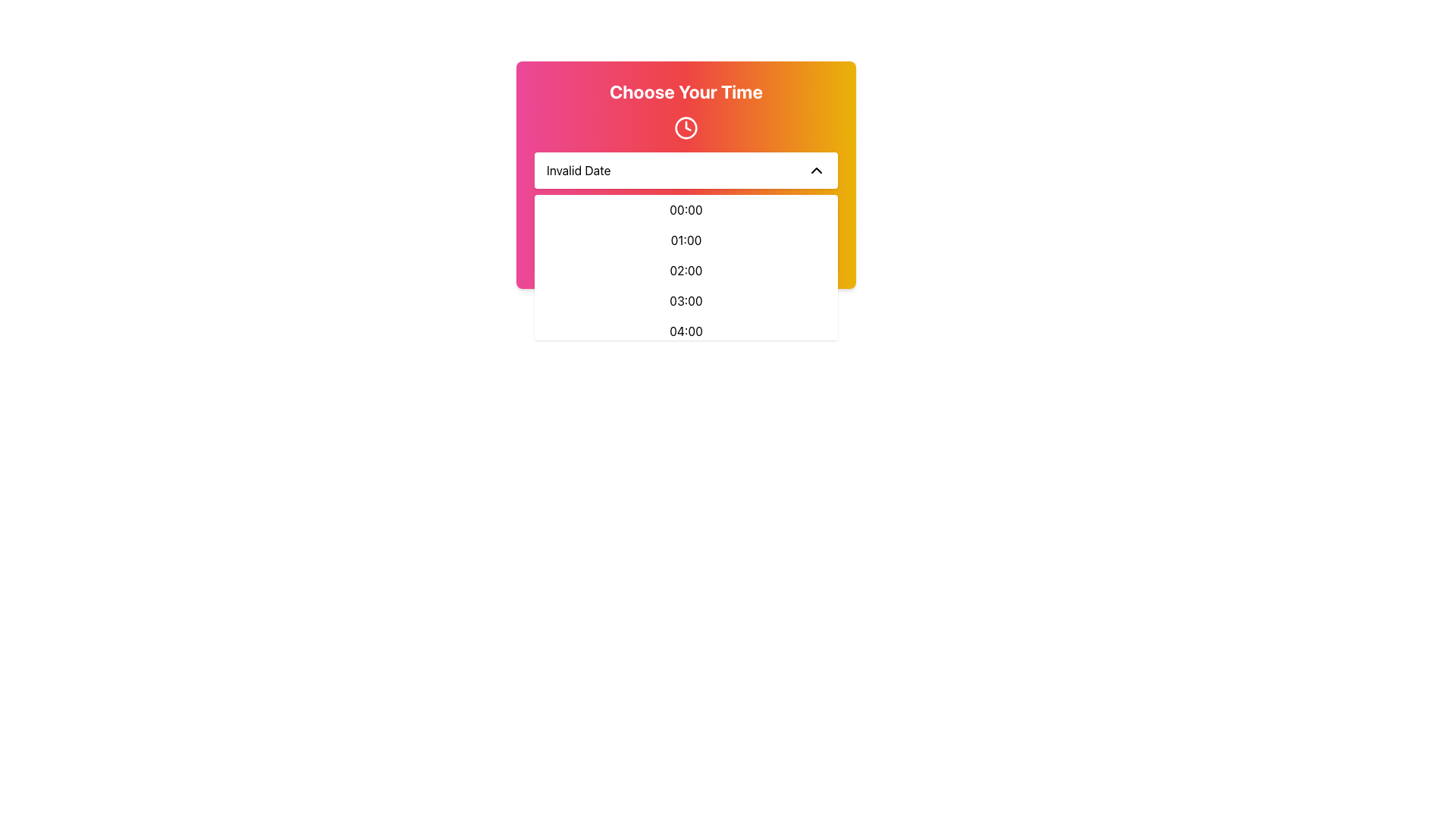 The image size is (1456, 819). What do you see at coordinates (686, 222) in the screenshot?
I see `the SVG graphic that signifies the selected time option in the dropdown list for '00:00'` at bounding box center [686, 222].